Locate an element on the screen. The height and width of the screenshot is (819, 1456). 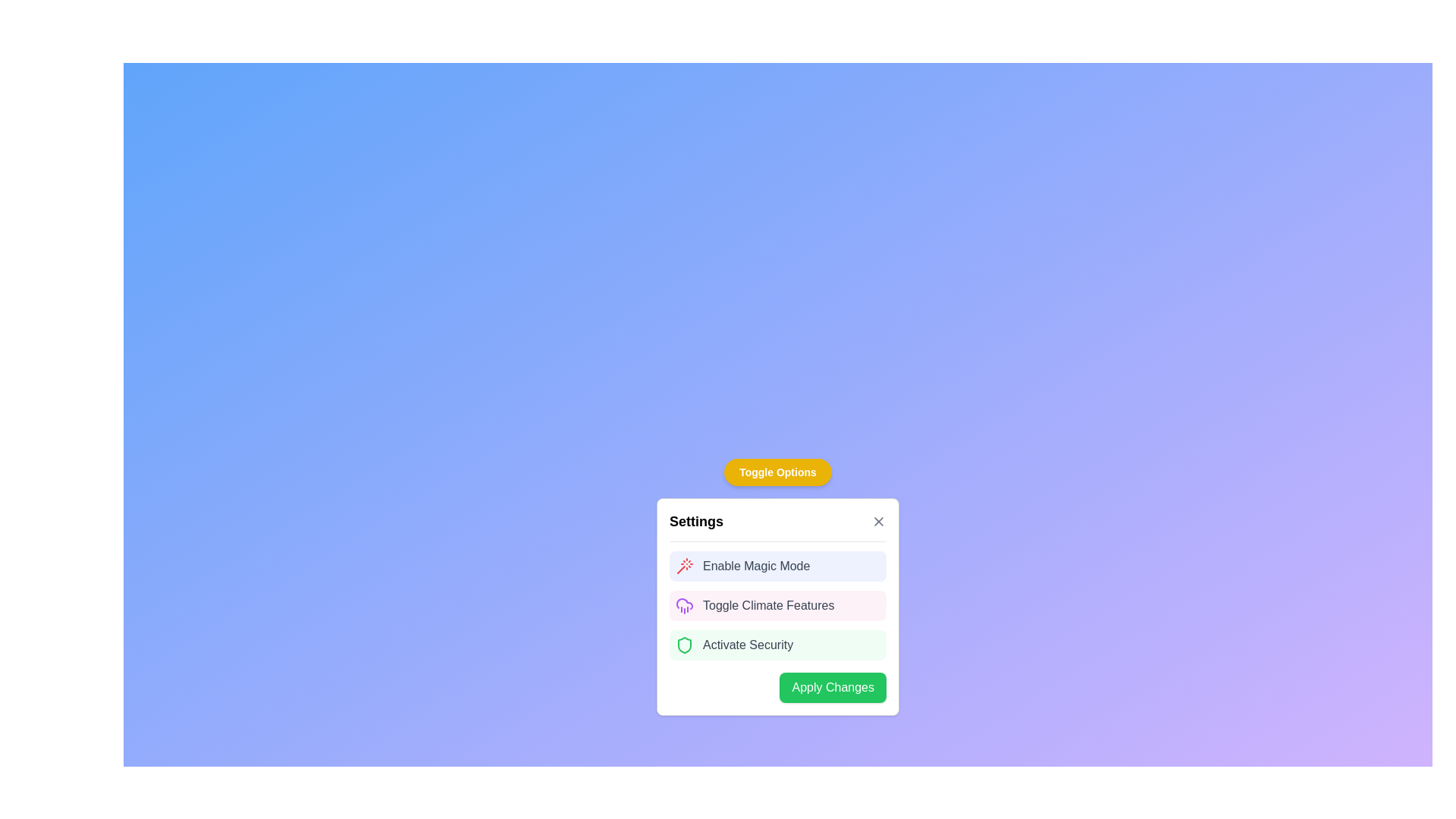
the climate features icon located to the left of the 'Toggle Climate Features' text in the pink-highlighted settings modal is located at coordinates (683, 604).